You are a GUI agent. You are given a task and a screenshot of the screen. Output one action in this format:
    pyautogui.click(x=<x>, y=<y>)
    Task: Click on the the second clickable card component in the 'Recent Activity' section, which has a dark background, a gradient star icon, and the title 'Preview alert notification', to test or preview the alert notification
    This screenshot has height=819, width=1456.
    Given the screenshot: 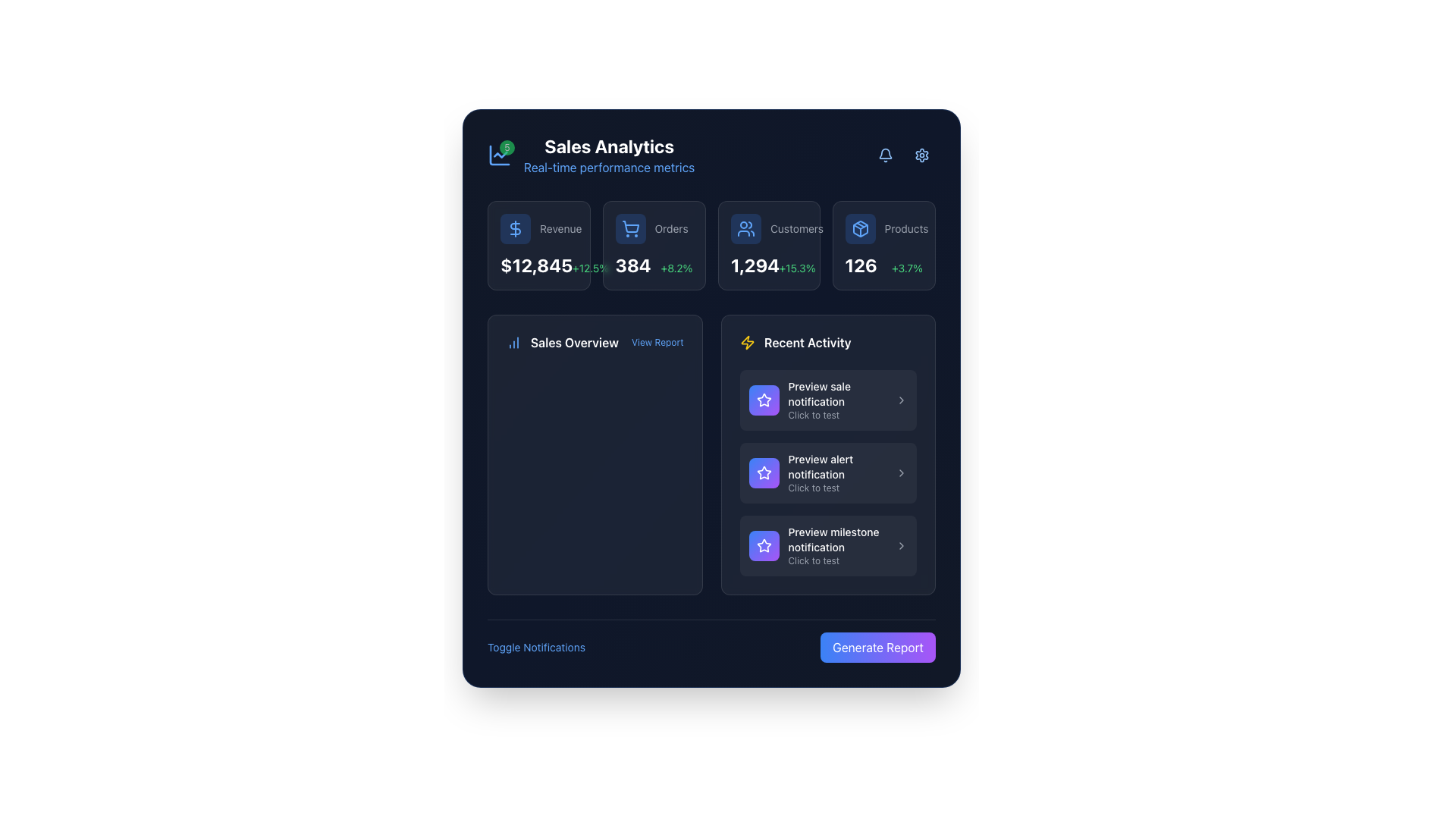 What is the action you would take?
    pyautogui.click(x=827, y=472)
    